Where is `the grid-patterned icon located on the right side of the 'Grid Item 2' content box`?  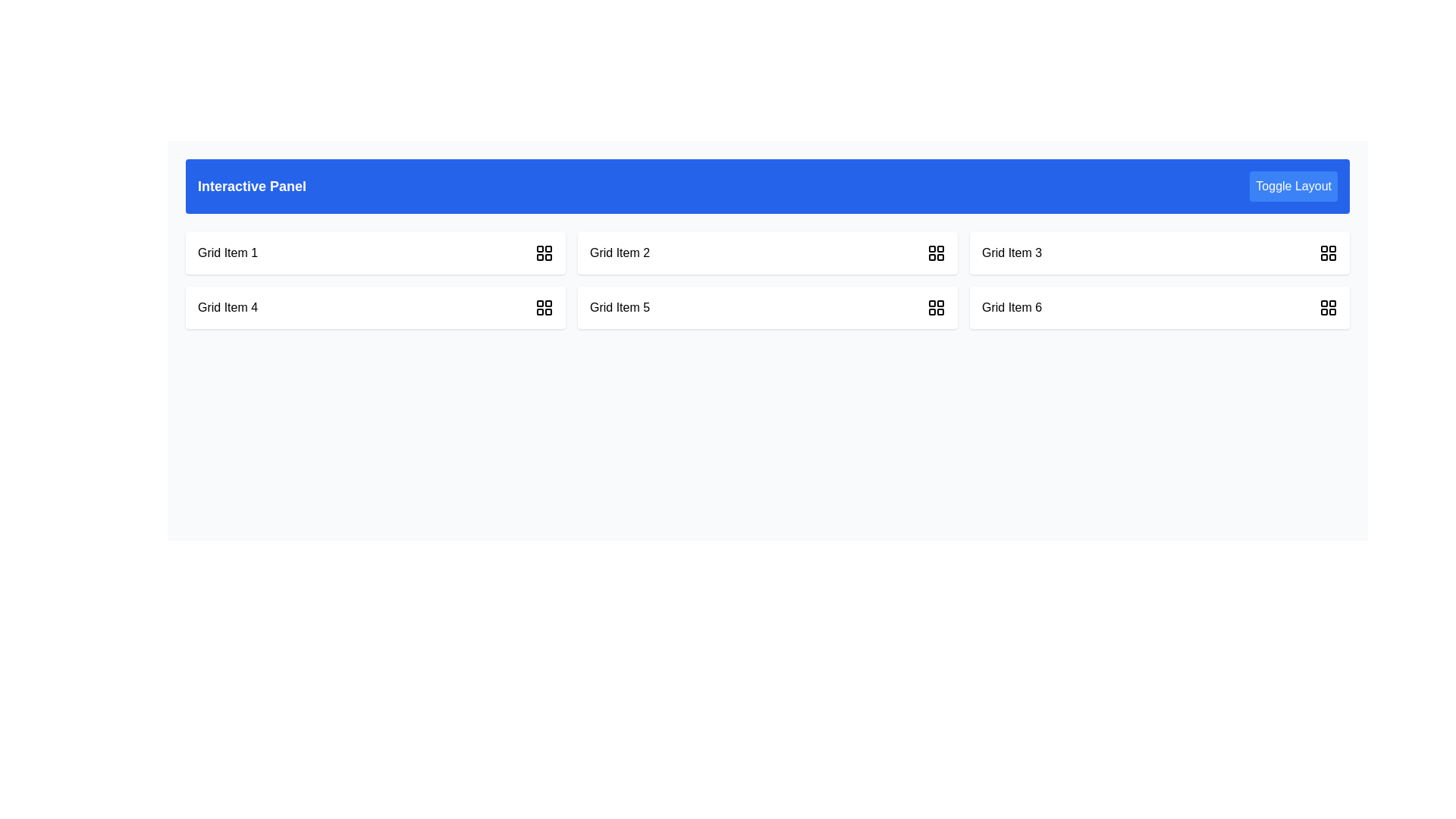
the grid-patterned icon located on the right side of the 'Grid Item 2' content box is located at coordinates (935, 253).